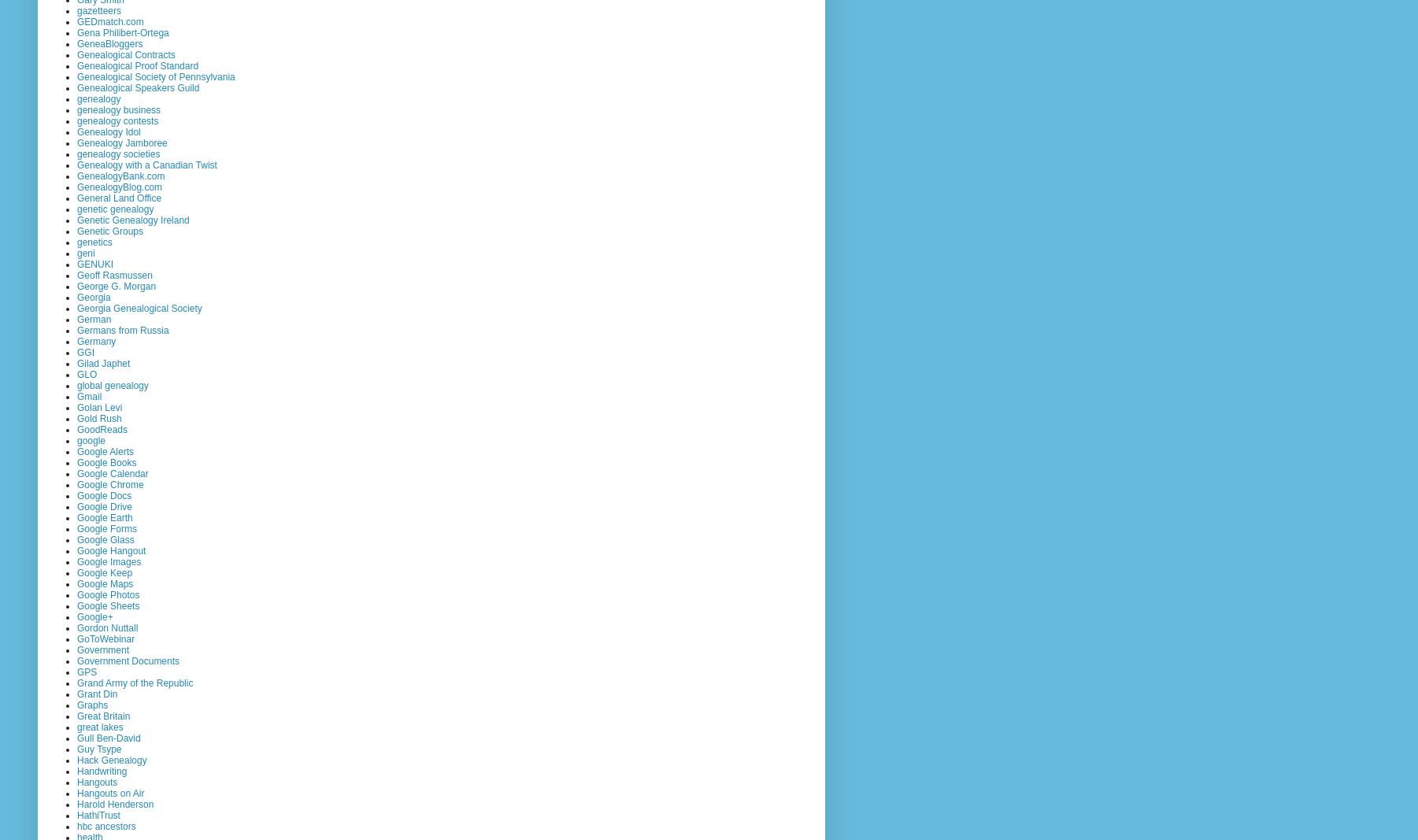  Describe the element at coordinates (109, 560) in the screenshot. I see `'Google Images'` at that location.